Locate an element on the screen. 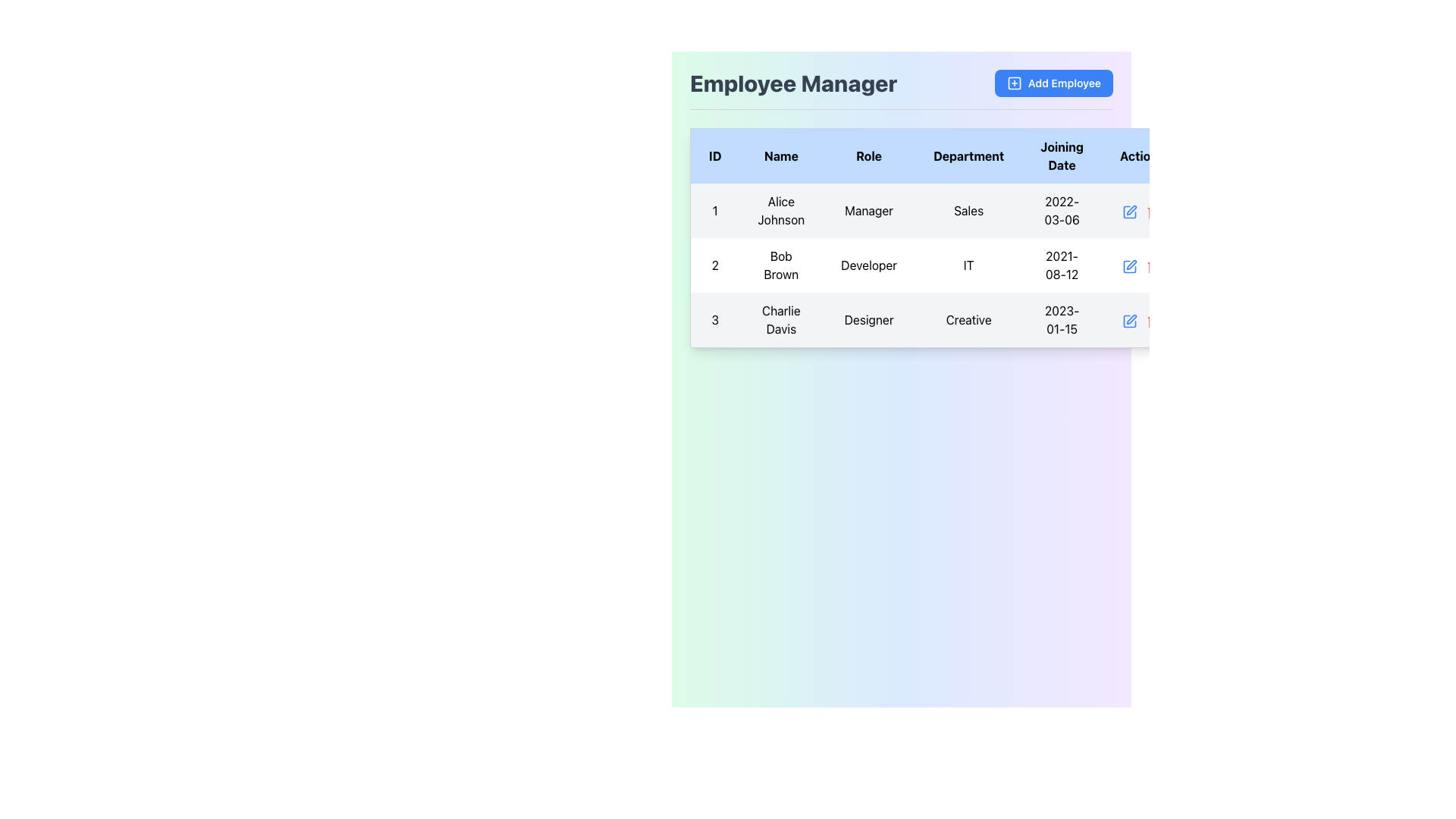 The image size is (1456, 819). the 'Add Employee' text label, which is styled in white font on a blue background within the button located in the top-right corner of the interface is located at coordinates (1063, 83).